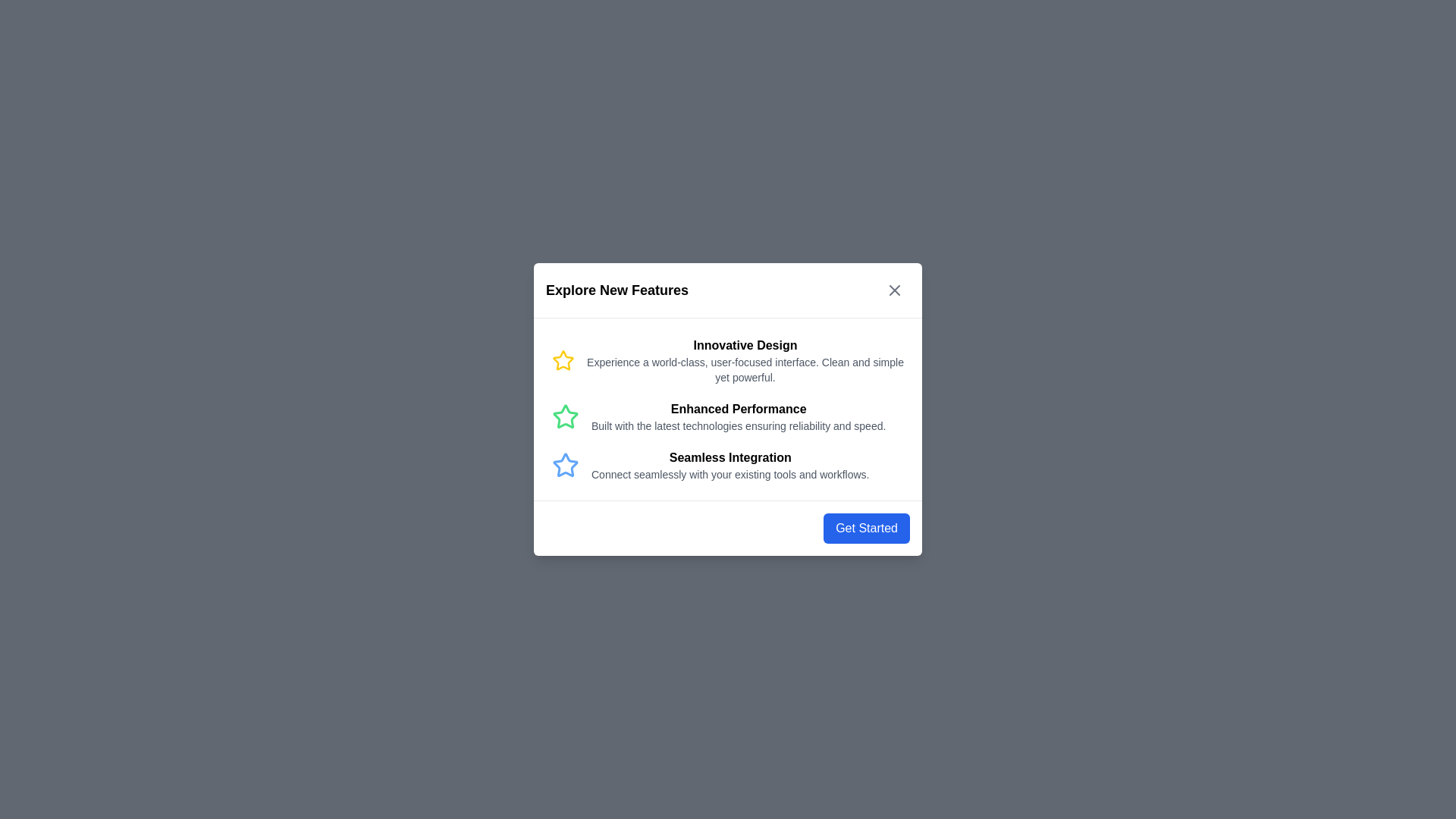 This screenshot has width=1456, height=819. Describe the element at coordinates (564, 464) in the screenshot. I see `the blue star-shaped icon, which is the first in a vertical list of three icons aligned to the left of their respective labels and descriptions` at that location.